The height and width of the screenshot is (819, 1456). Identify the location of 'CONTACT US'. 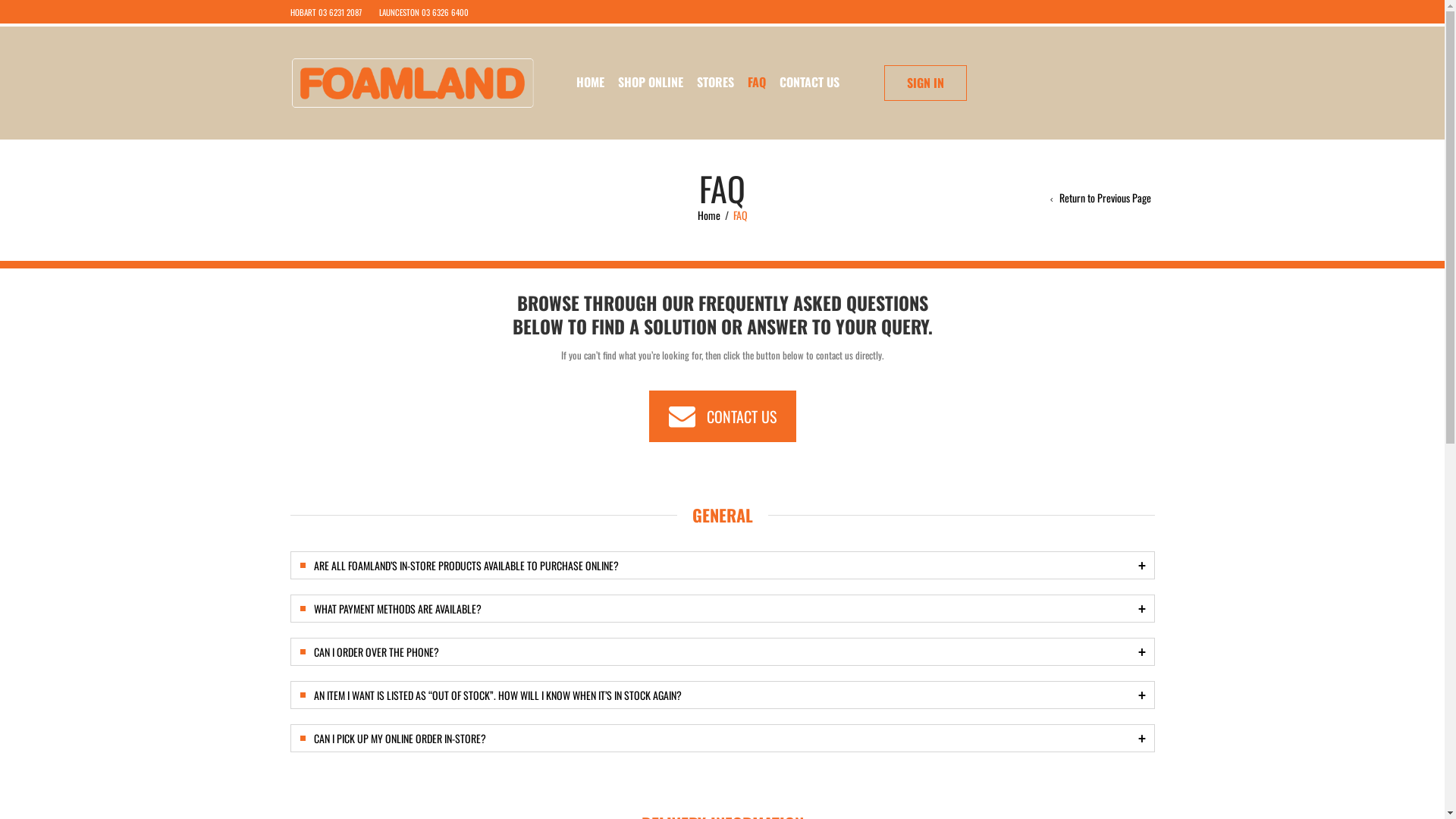
(808, 82).